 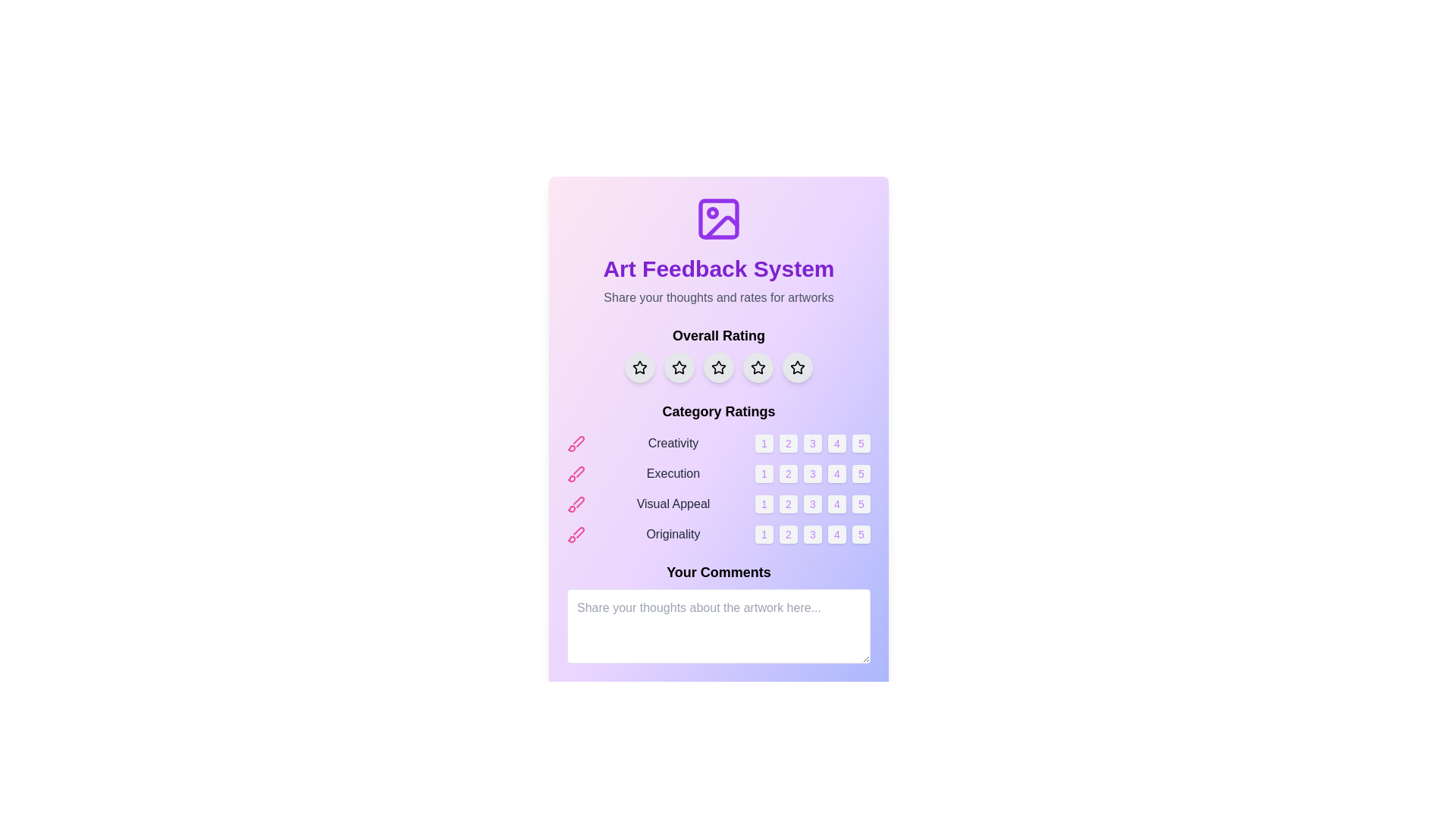 I want to click on the third star icon in the rating system located under the 'Overall Rating' section to provide feedback, so click(x=679, y=368).